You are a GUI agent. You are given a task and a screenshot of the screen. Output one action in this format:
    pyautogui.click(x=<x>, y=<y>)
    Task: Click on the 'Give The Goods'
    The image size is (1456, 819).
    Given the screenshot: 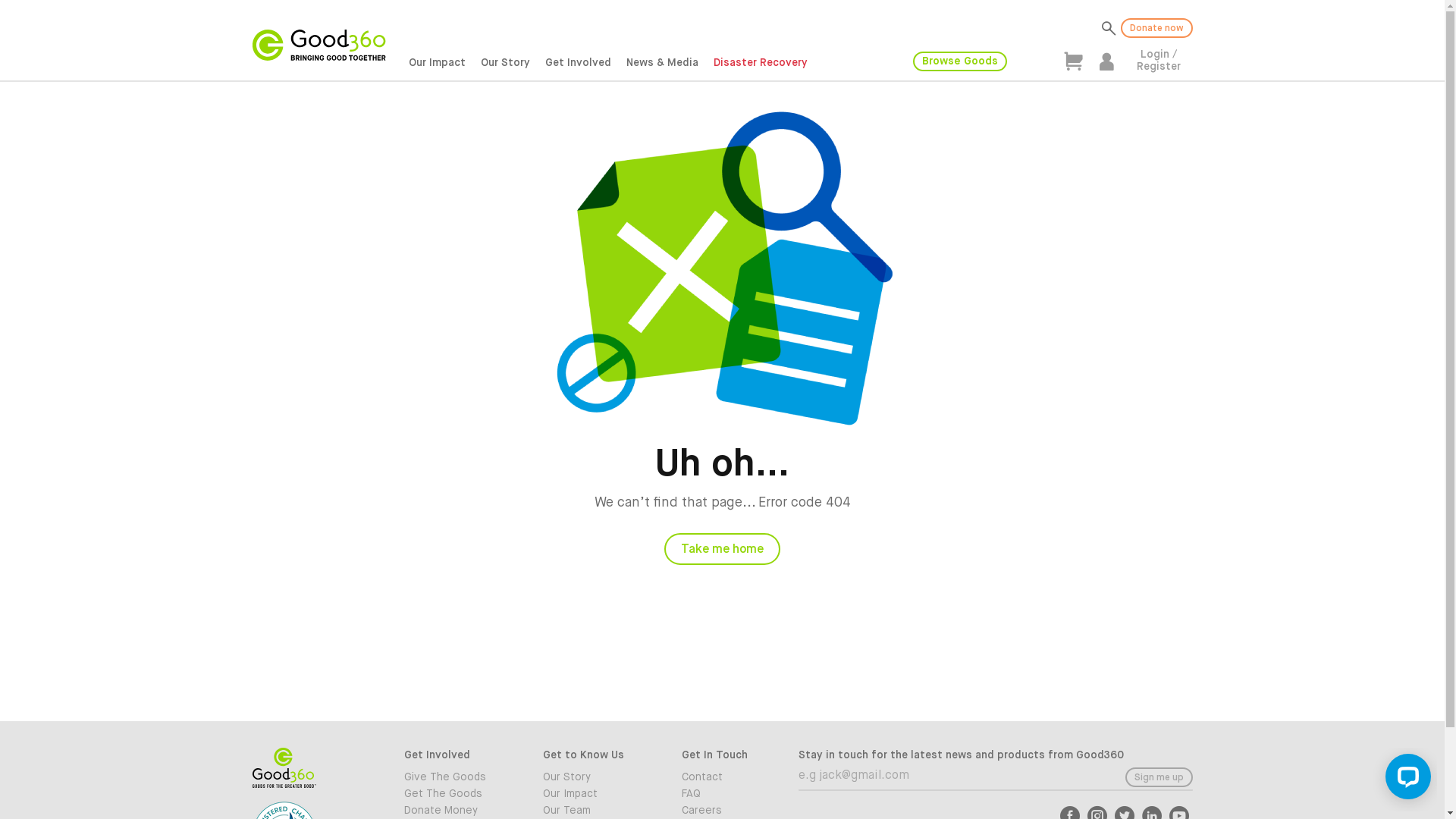 What is the action you would take?
    pyautogui.click(x=460, y=777)
    